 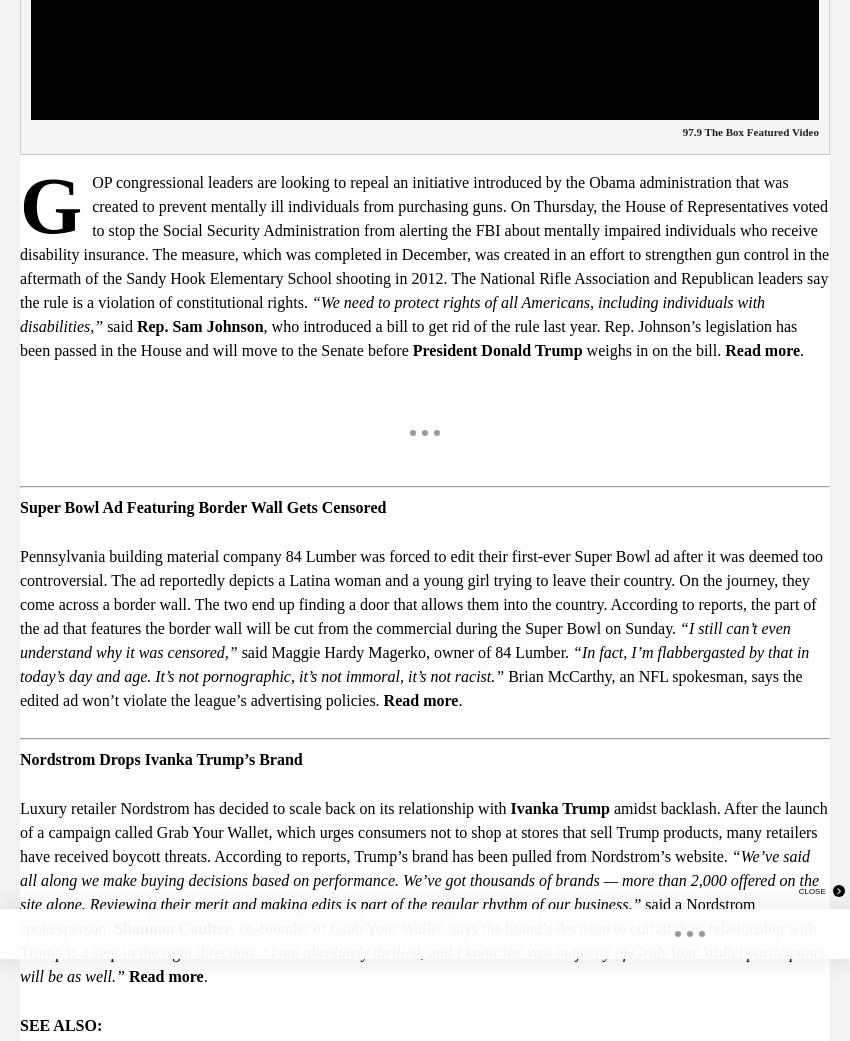 I want to click on 'President Donald Trump', so click(x=496, y=349).